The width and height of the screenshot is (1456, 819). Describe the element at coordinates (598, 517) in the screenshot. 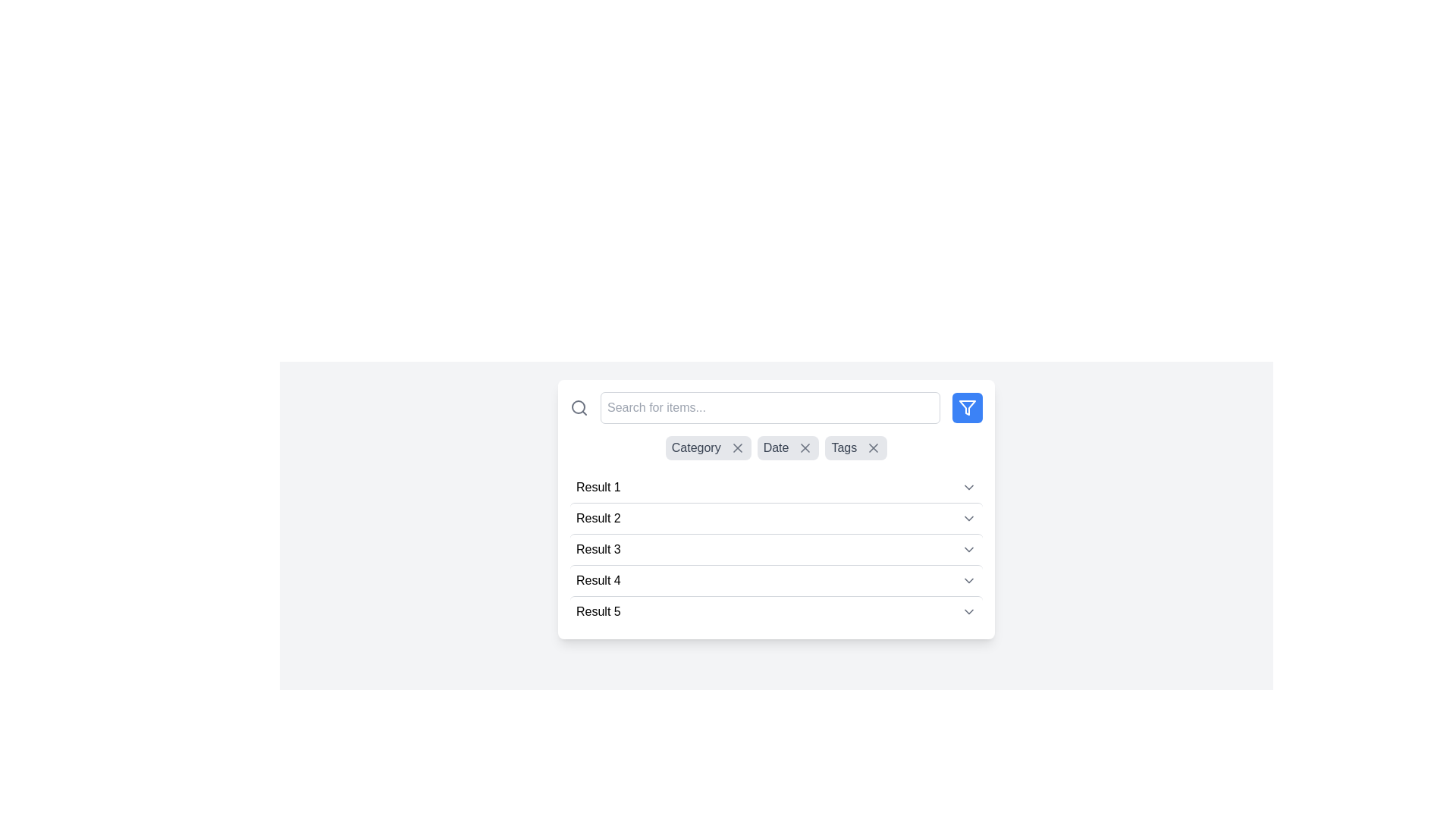

I see `the label displaying 'Result 2', which is located in the second row of the results list, aligned towards the left side of the row` at that location.